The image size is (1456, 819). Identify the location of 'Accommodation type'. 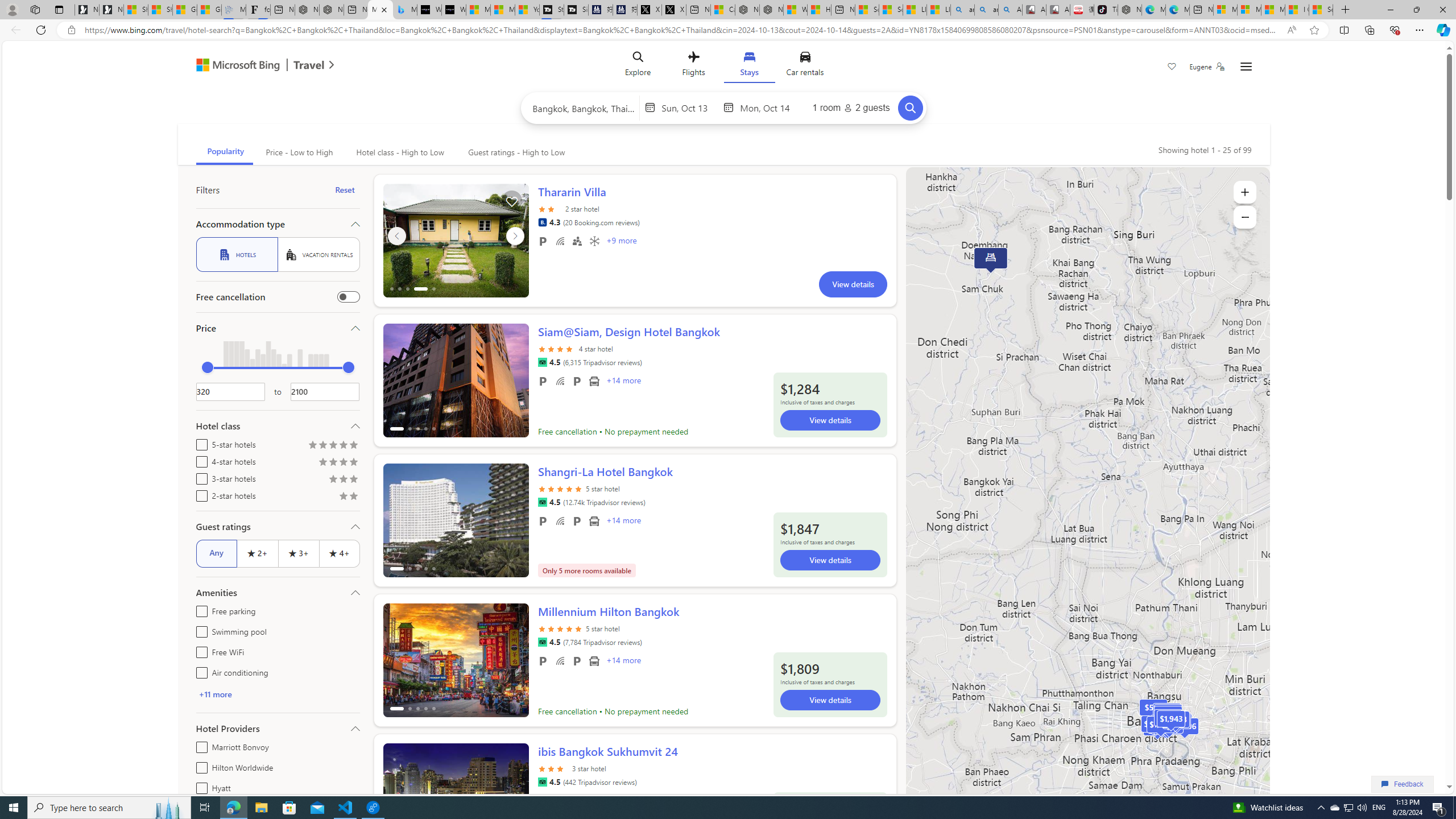
(276, 223).